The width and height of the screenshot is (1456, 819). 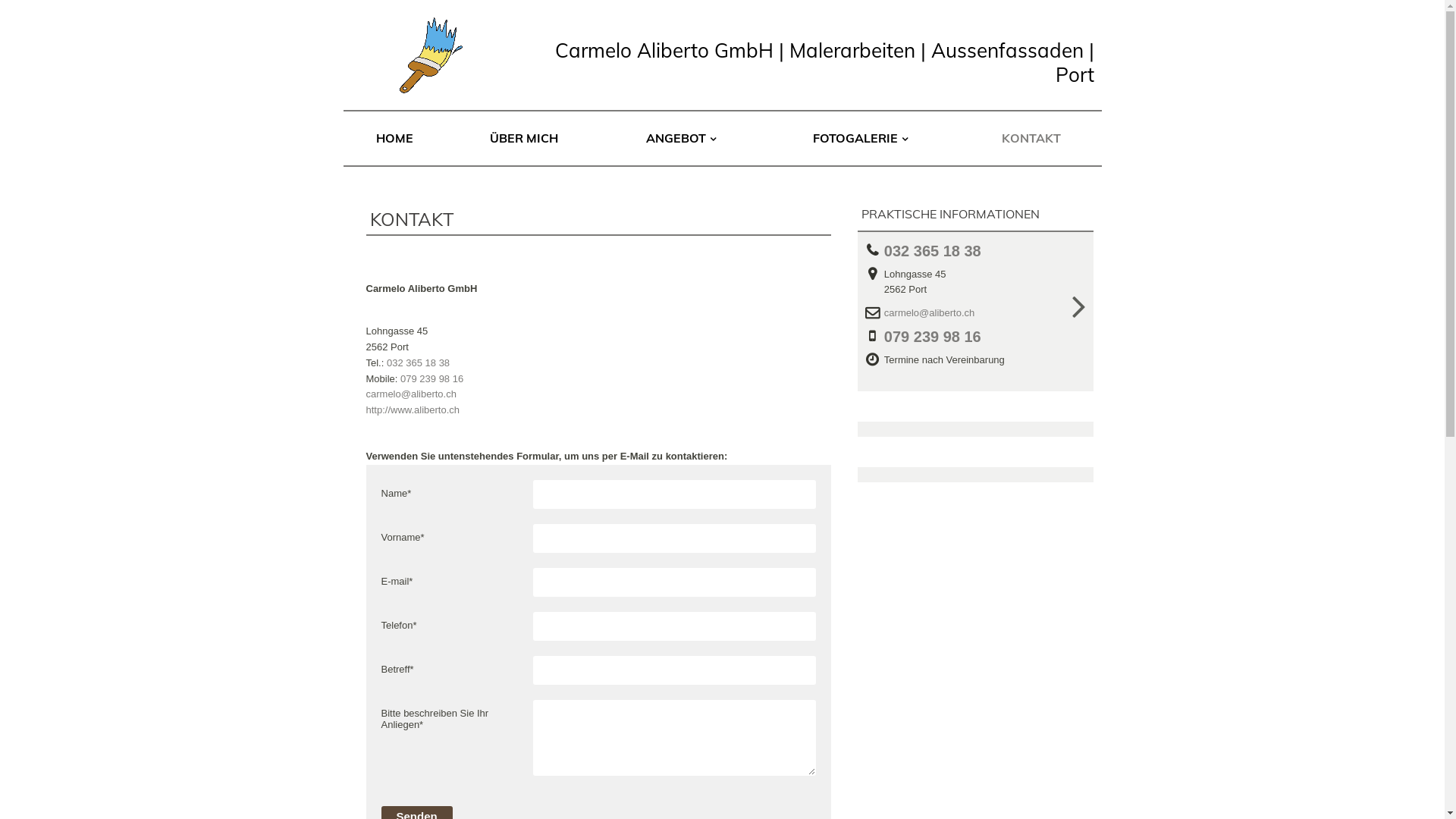 What do you see at coordinates (394, 138) in the screenshot?
I see `'HOME'` at bounding box center [394, 138].